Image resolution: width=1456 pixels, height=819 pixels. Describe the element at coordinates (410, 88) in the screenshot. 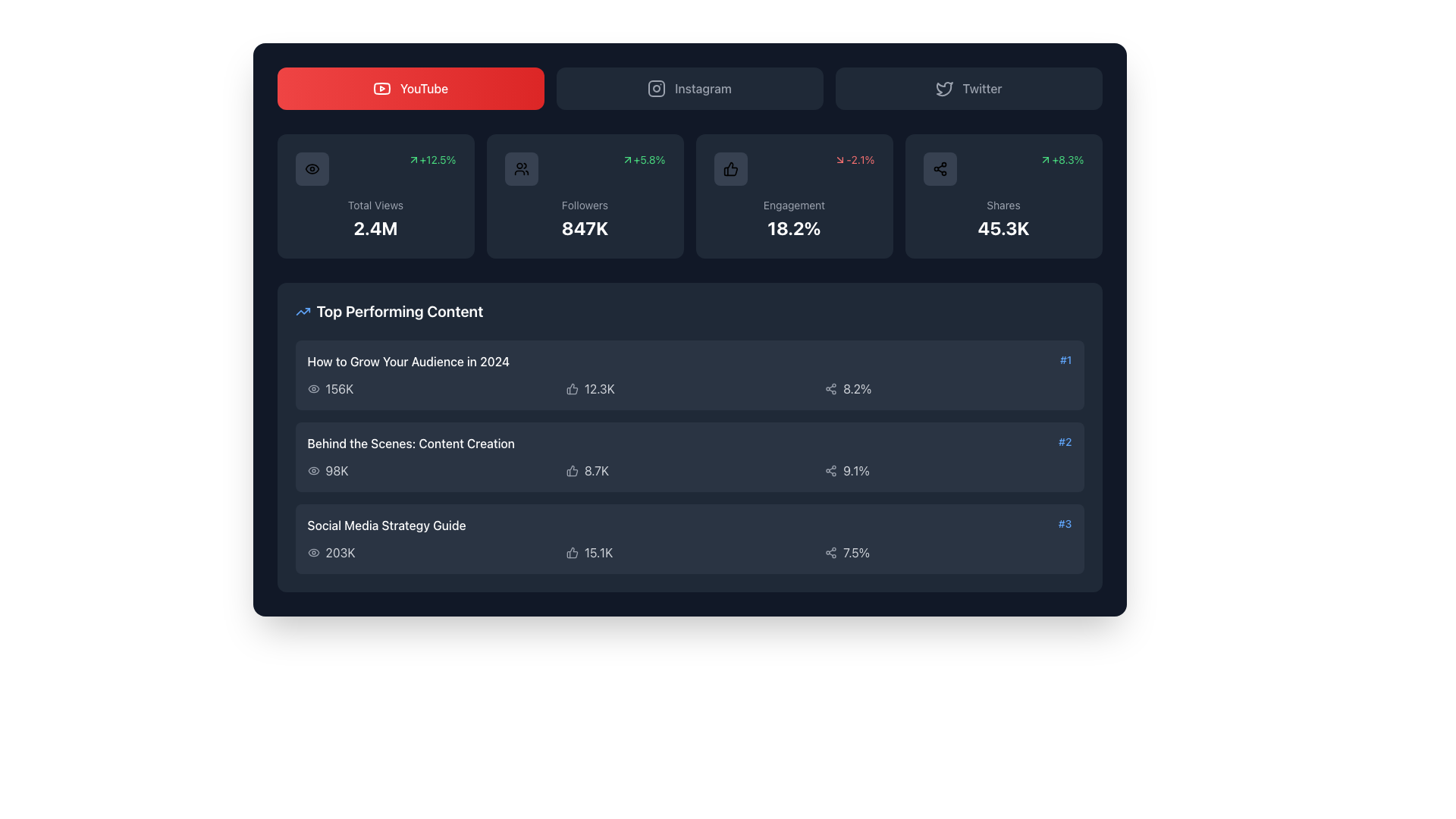

I see `the leftmost button in the row, which is a rectangular button with a gradient red background and contains the YouTube logo and the text 'YouTube'` at that location.